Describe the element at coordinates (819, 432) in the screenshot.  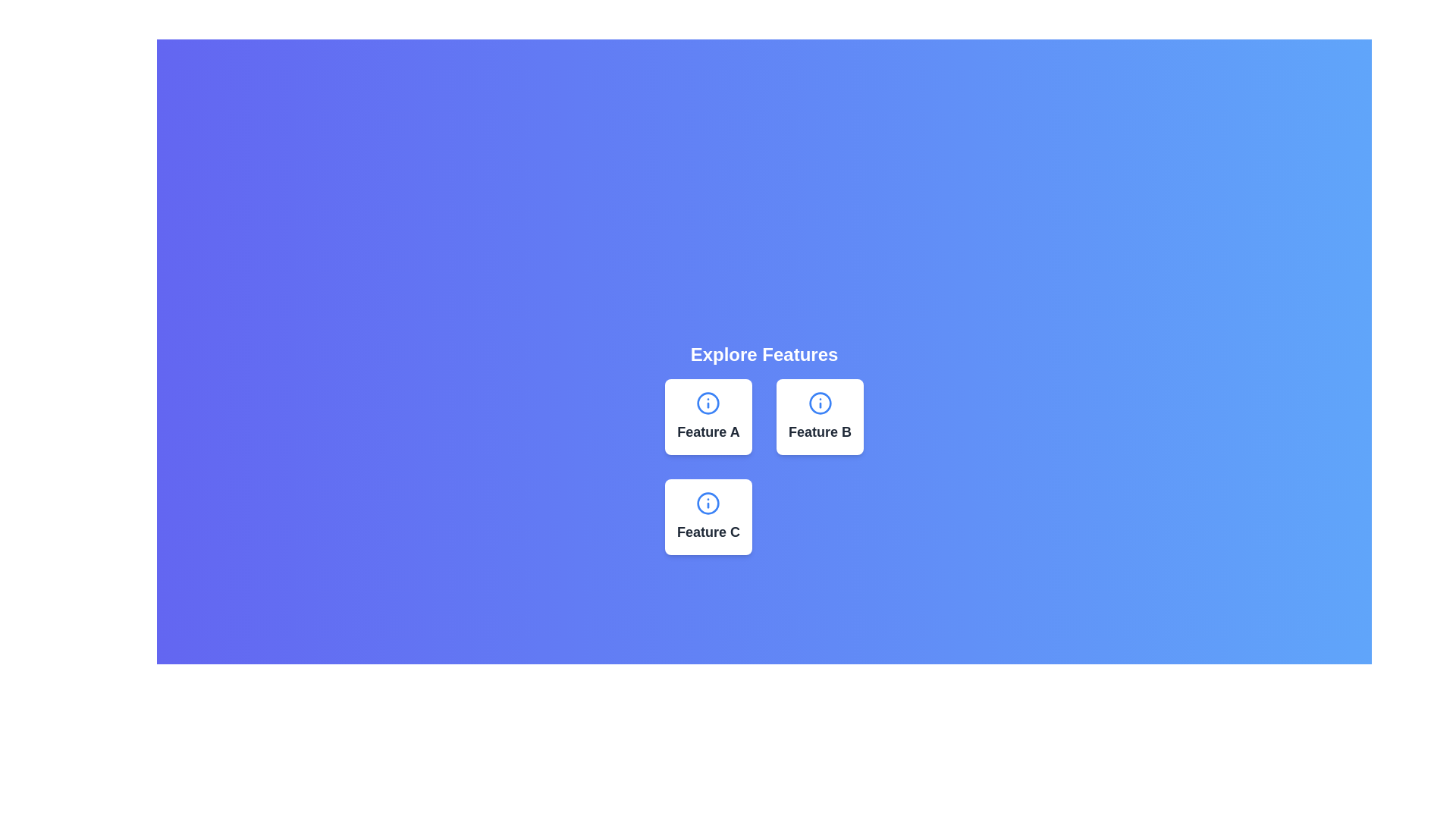
I see `the text label reading 'Feature B' which is styled in bold, large dark gray font and centered within a rounded white card` at that location.